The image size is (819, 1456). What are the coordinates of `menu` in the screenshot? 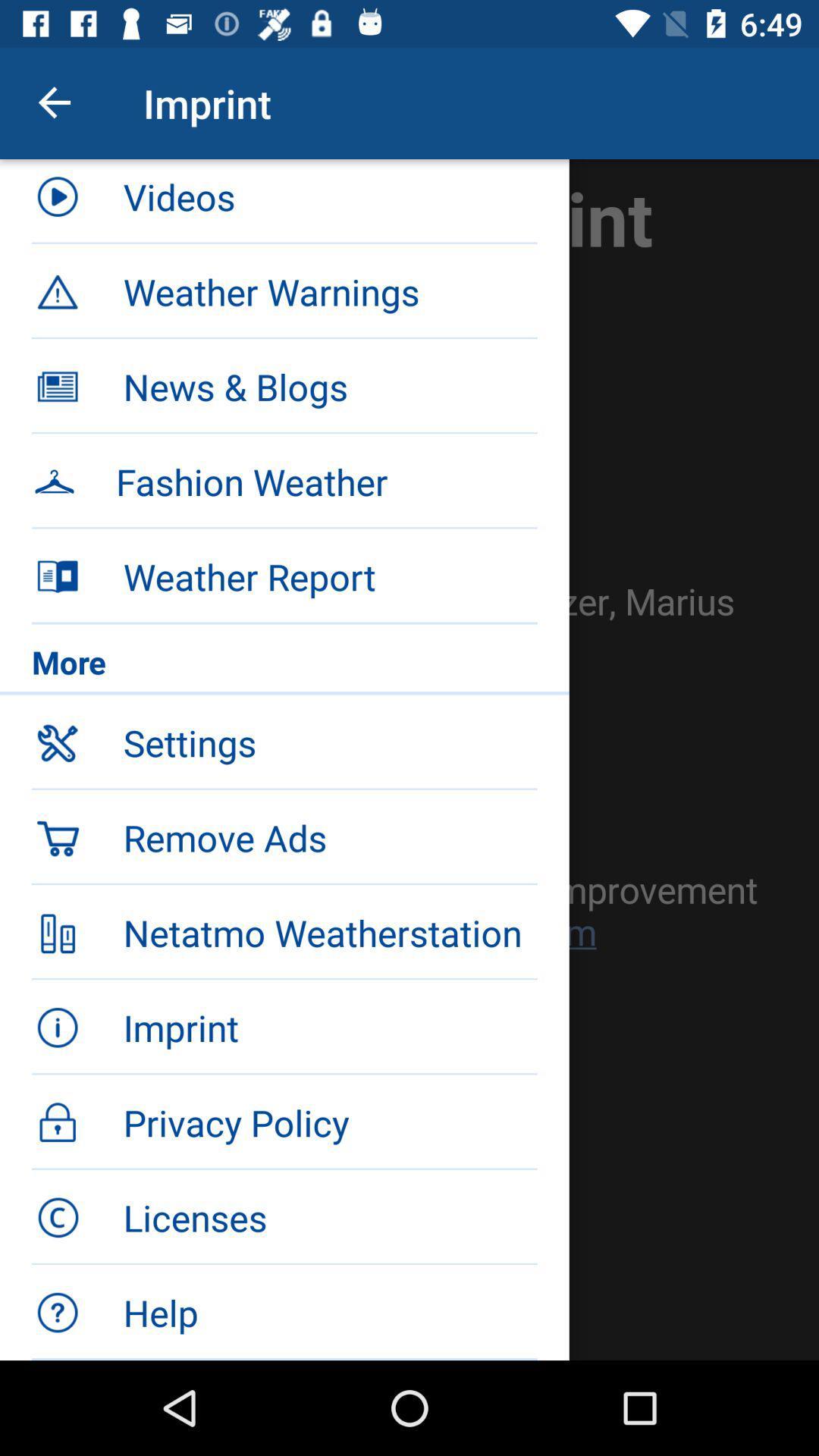 It's located at (409, 760).